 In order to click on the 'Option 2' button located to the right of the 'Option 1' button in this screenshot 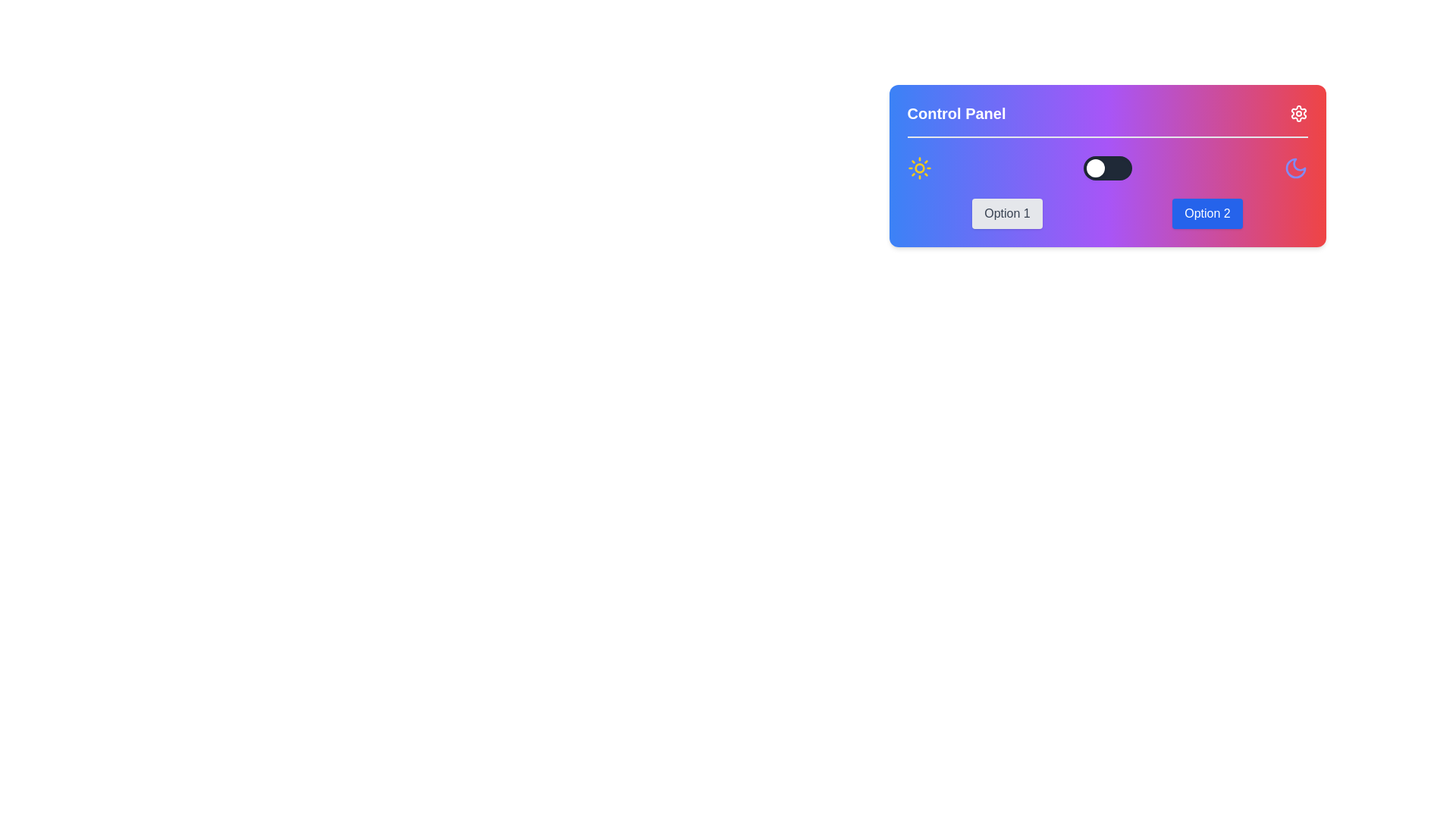, I will do `click(1207, 213)`.